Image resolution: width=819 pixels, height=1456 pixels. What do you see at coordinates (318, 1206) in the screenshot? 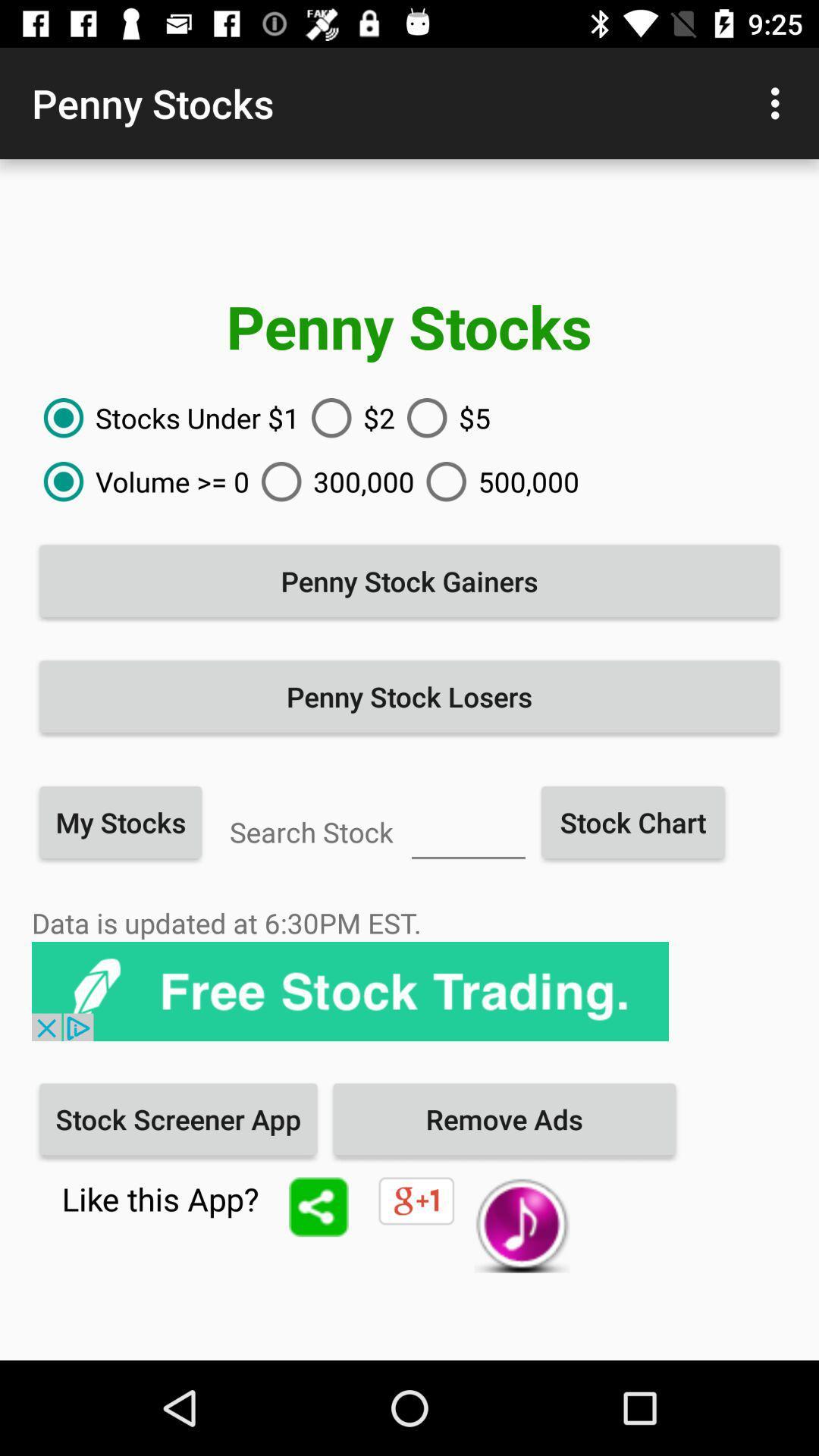
I see `the item to the right of like this app? item` at bounding box center [318, 1206].